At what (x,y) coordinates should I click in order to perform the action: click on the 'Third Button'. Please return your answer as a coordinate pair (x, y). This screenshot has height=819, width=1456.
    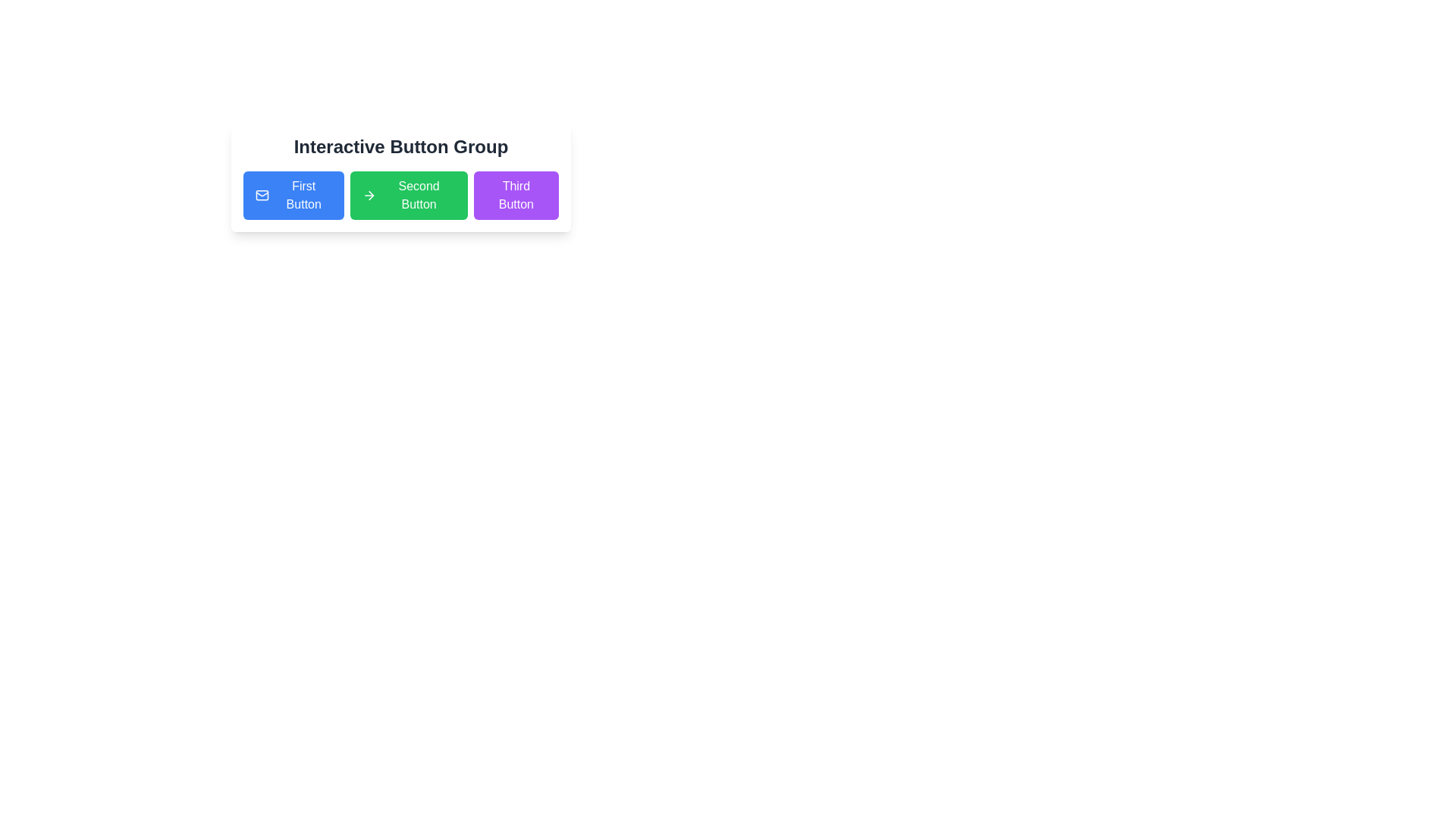
    Looking at the image, I should click on (516, 195).